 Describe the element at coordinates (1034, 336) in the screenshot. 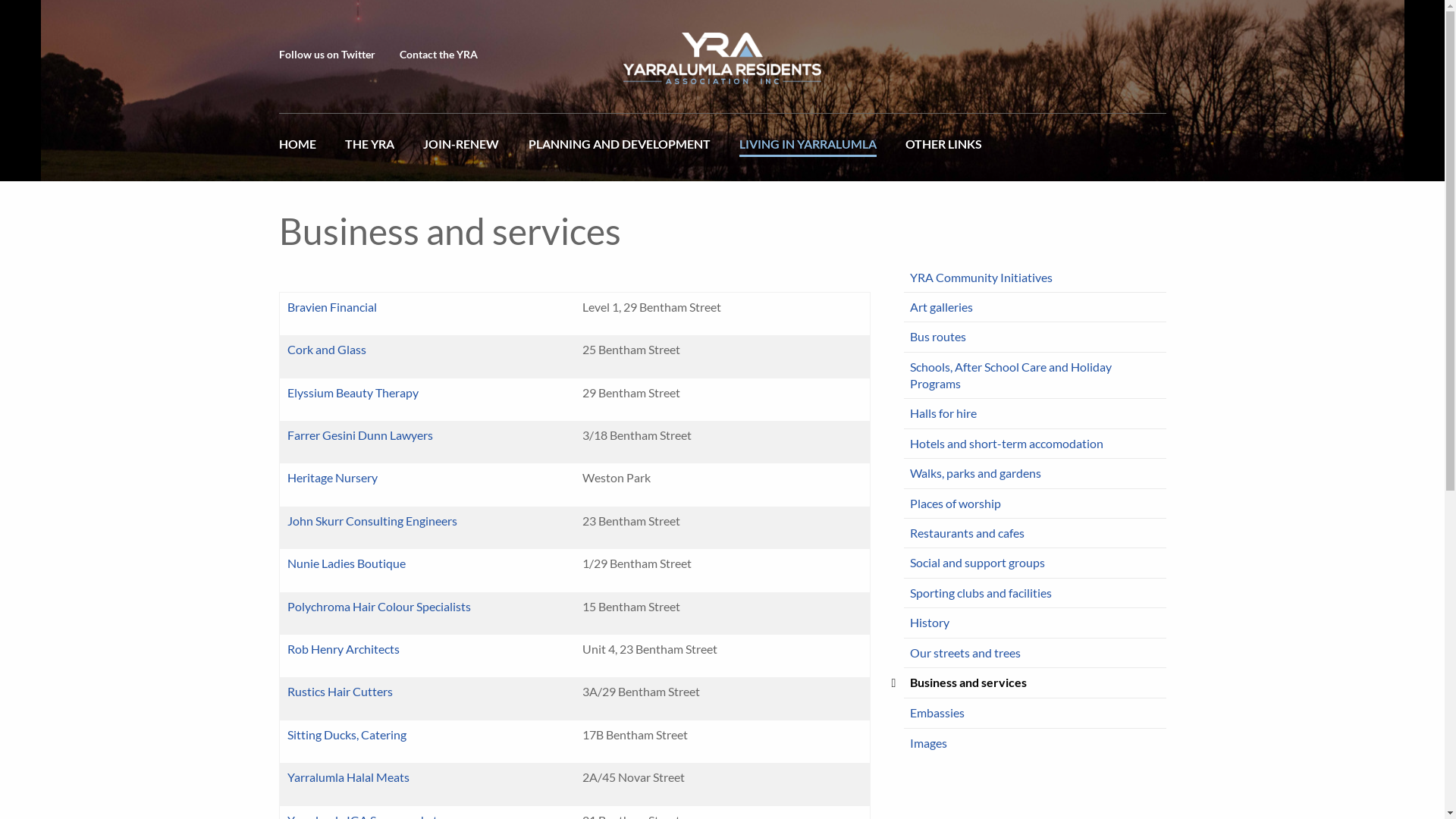

I see `'Bus routes'` at that location.